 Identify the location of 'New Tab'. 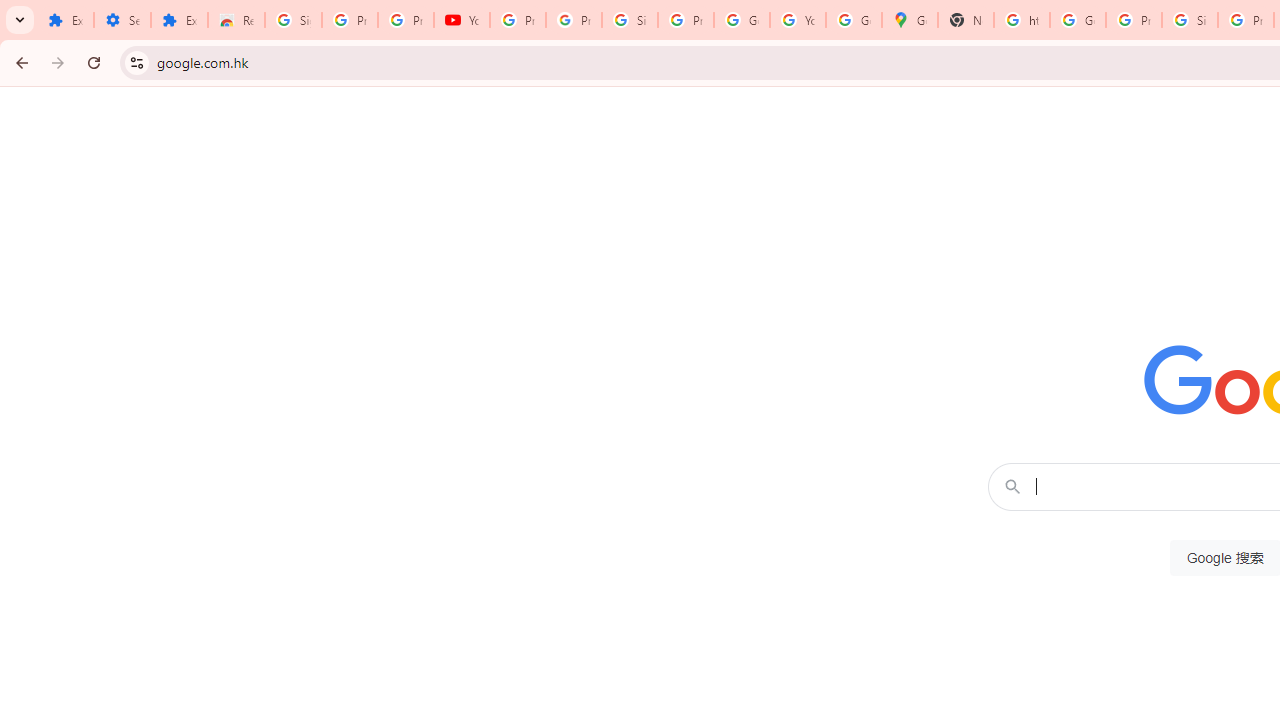
(966, 20).